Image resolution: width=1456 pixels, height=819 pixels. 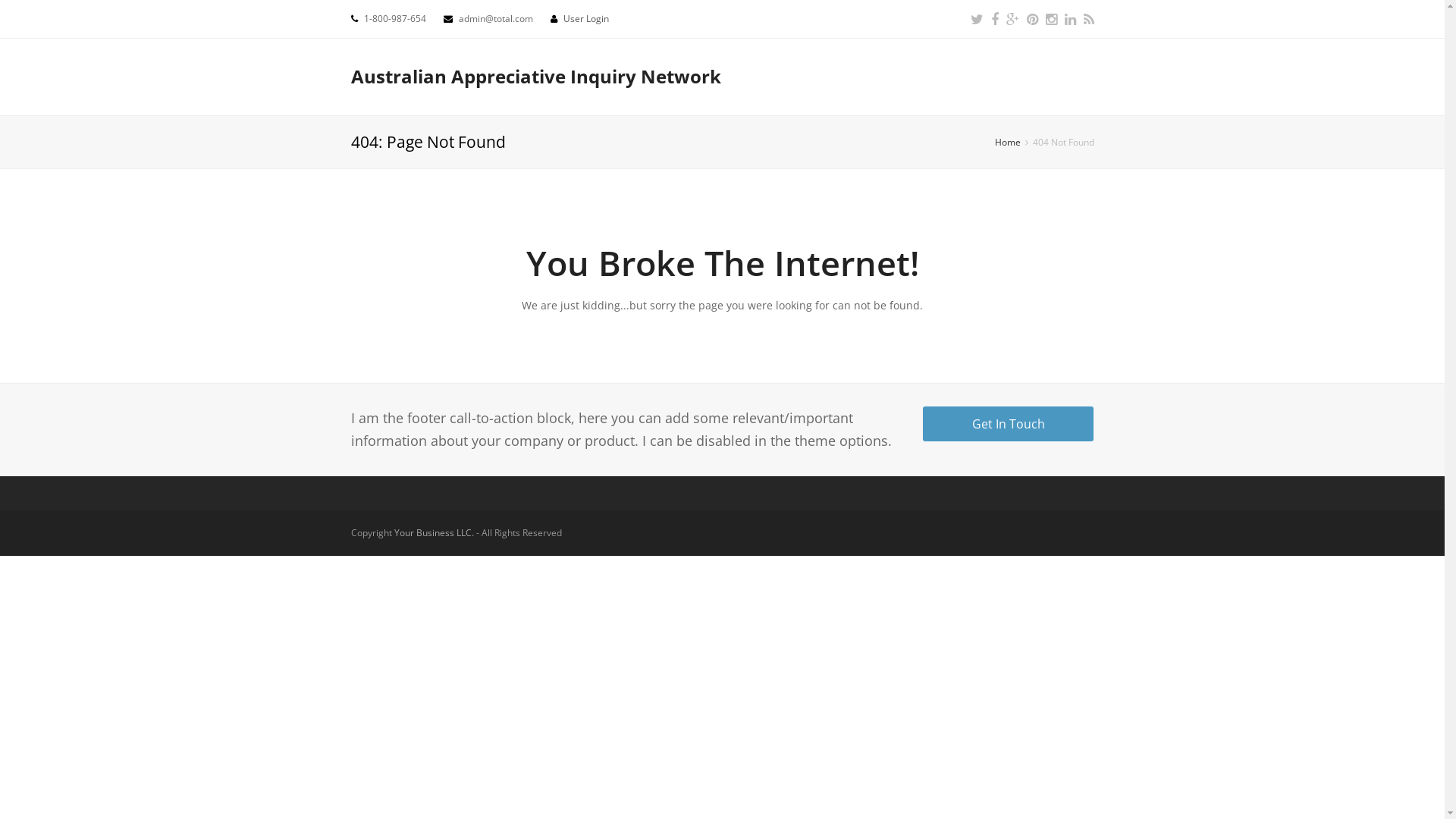 What do you see at coordinates (1082, 18) in the screenshot?
I see `'RSS'` at bounding box center [1082, 18].